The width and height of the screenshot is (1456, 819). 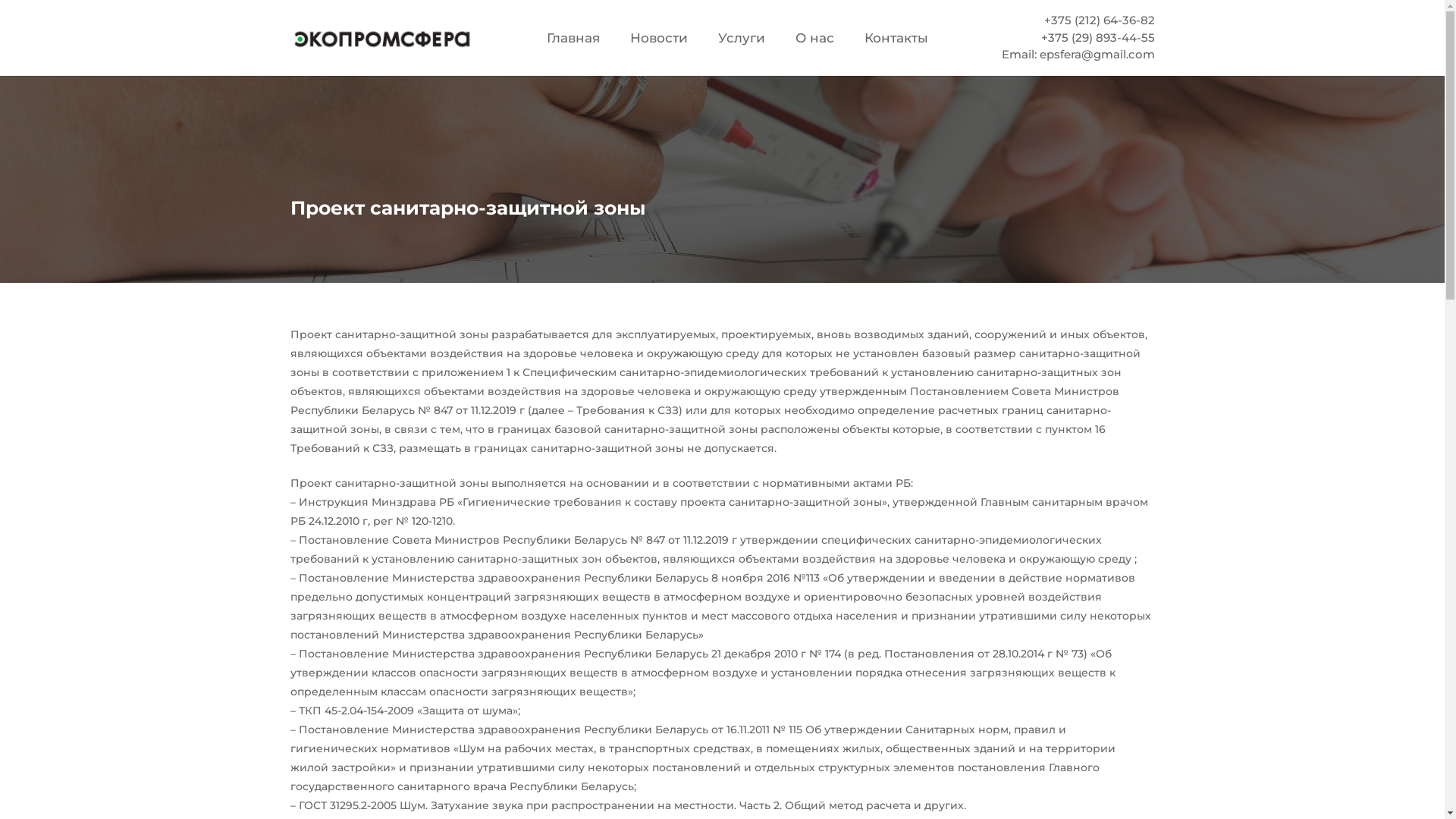 I want to click on '+375 (29) 893-44-55', so click(x=1098, y=36).